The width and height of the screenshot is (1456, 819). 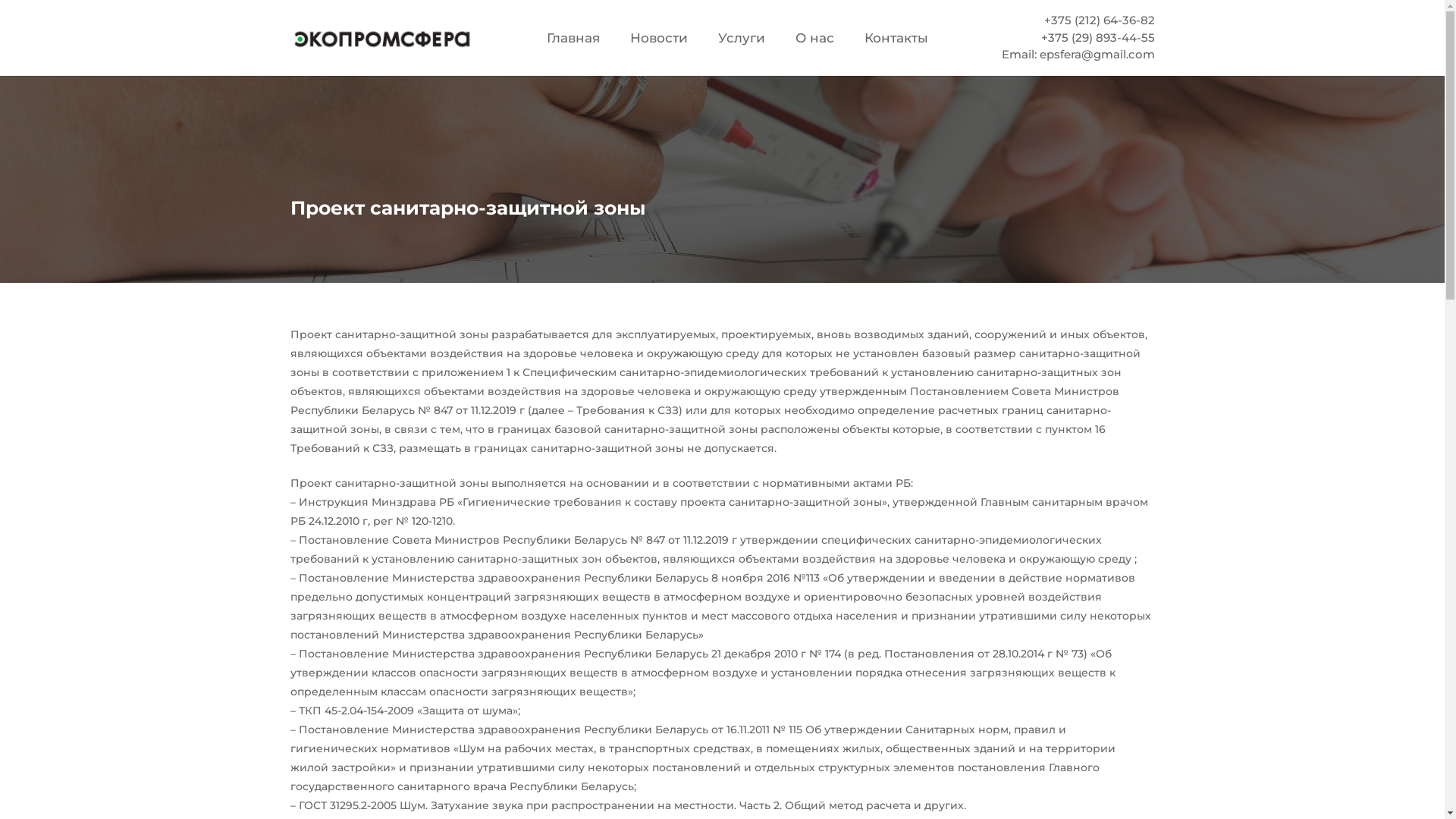 I want to click on '+375 (29) 893-44-55', so click(x=1098, y=36).